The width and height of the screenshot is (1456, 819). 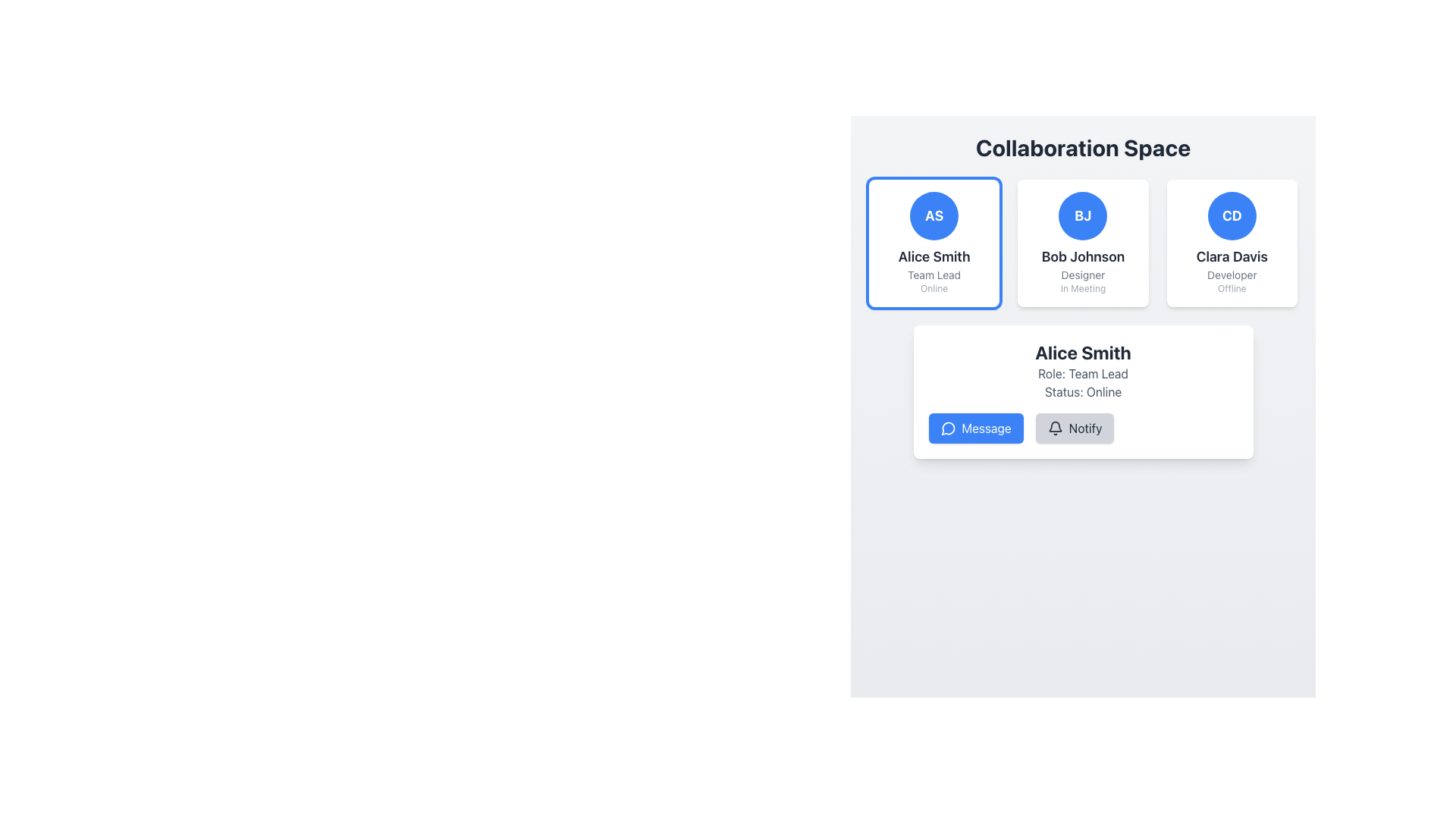 I want to click on text label that contains 'Team Lead', which is styled with a smaller font size and lighter gray color, positioned below 'Alice Smith' and above the status indicator 'Online', so click(x=934, y=275).